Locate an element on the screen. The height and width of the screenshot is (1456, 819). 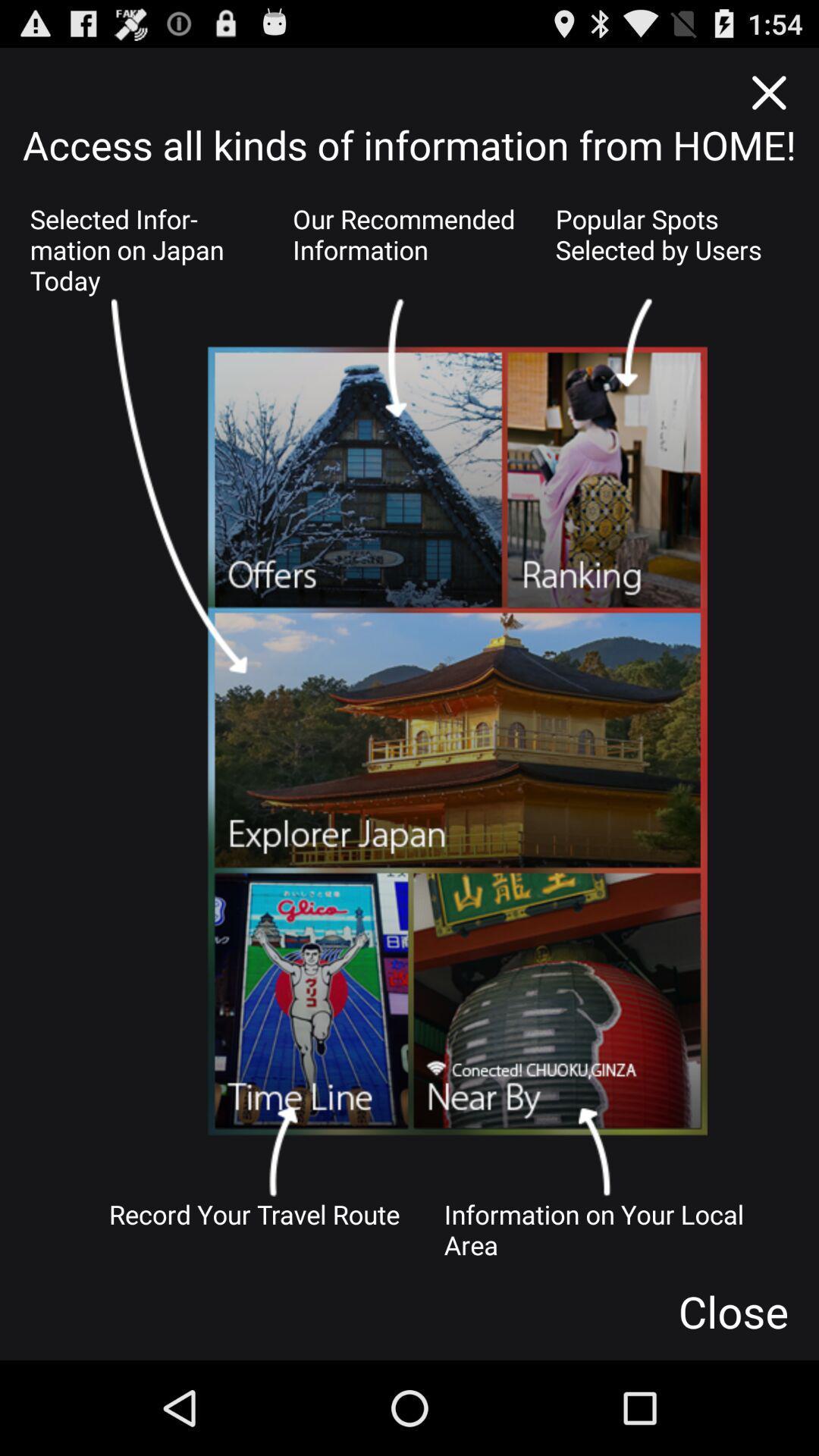
app above the access all kinds is located at coordinates (767, 92).